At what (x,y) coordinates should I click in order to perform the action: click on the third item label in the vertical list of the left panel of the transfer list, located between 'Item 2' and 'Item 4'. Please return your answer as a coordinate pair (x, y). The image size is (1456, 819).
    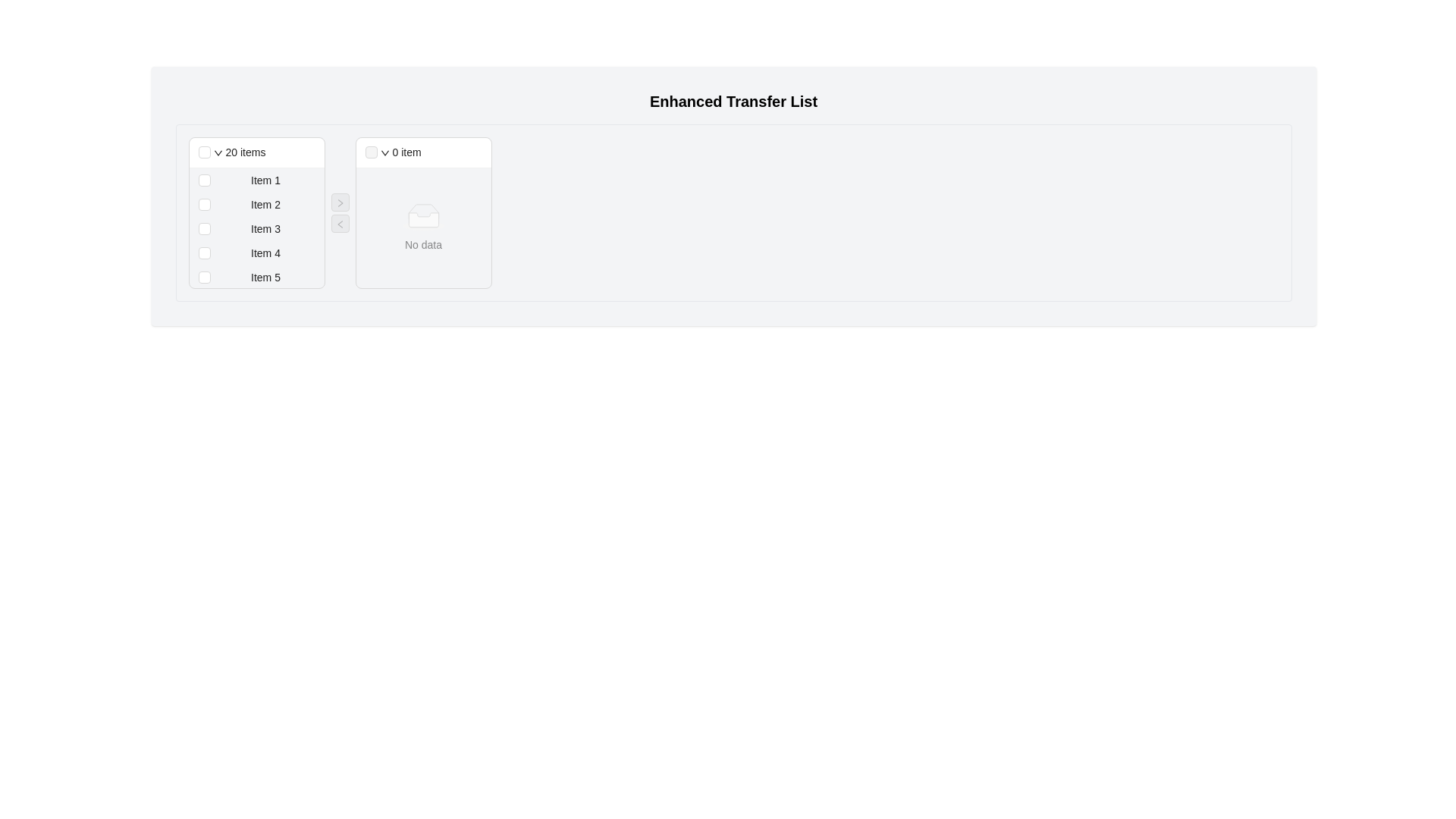
    Looking at the image, I should click on (265, 228).